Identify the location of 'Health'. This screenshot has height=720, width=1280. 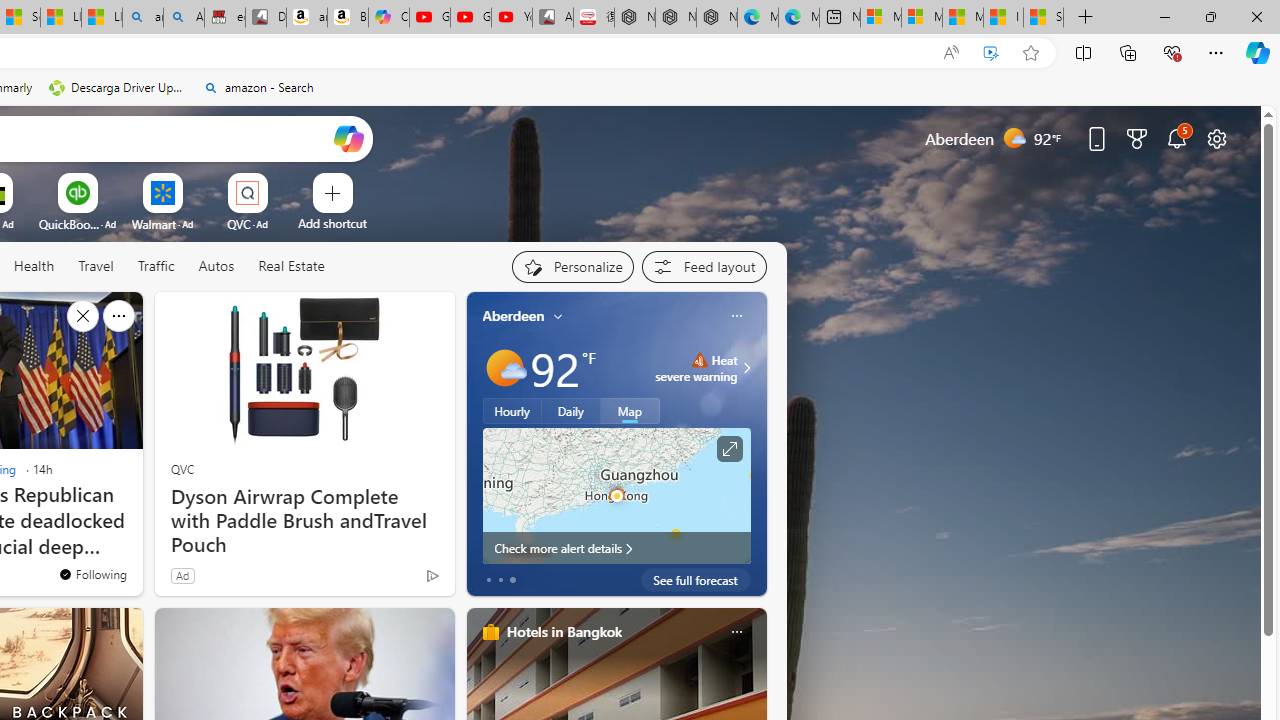
(34, 265).